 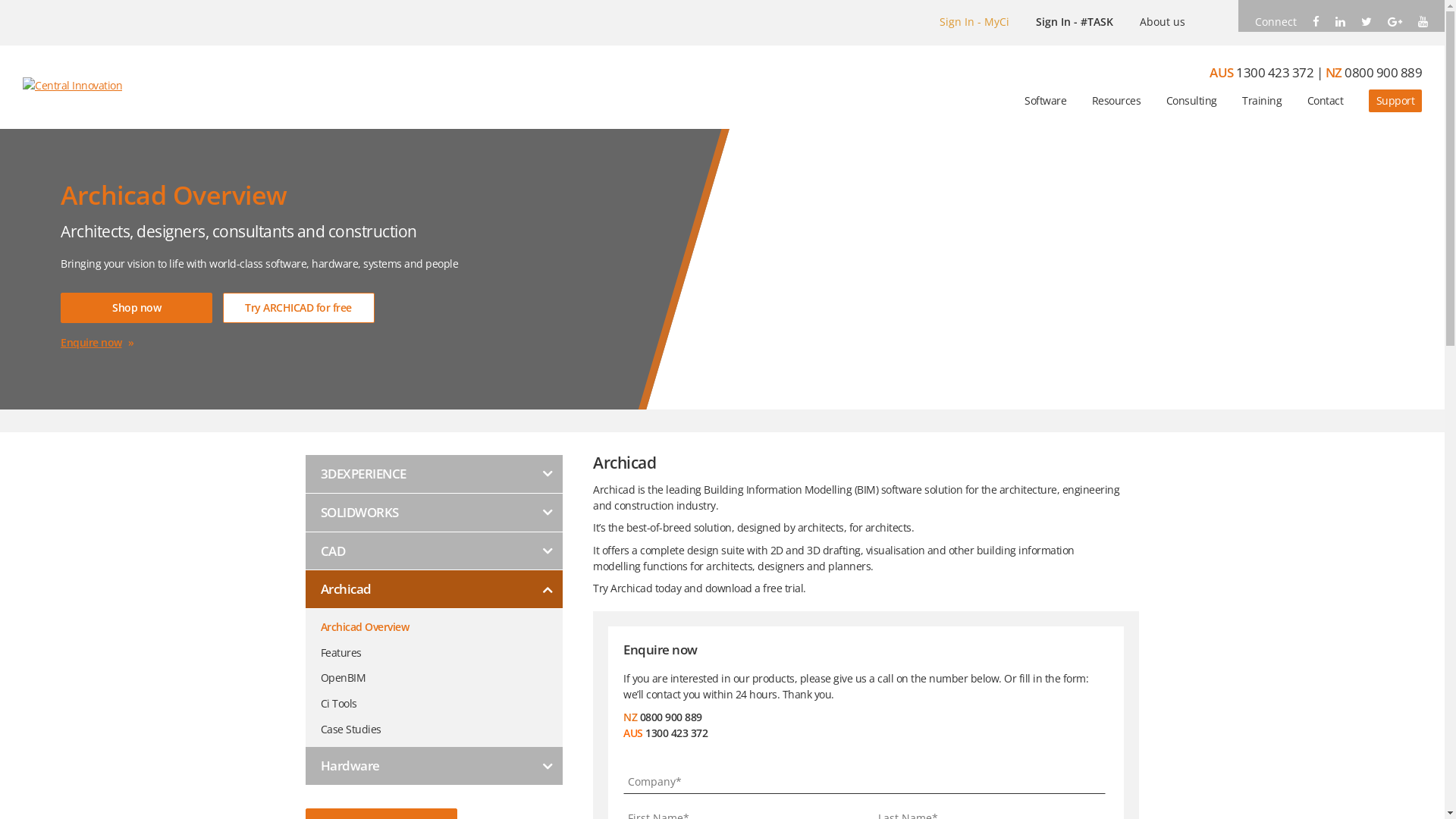 I want to click on 'OpenBIM', so click(x=440, y=672).